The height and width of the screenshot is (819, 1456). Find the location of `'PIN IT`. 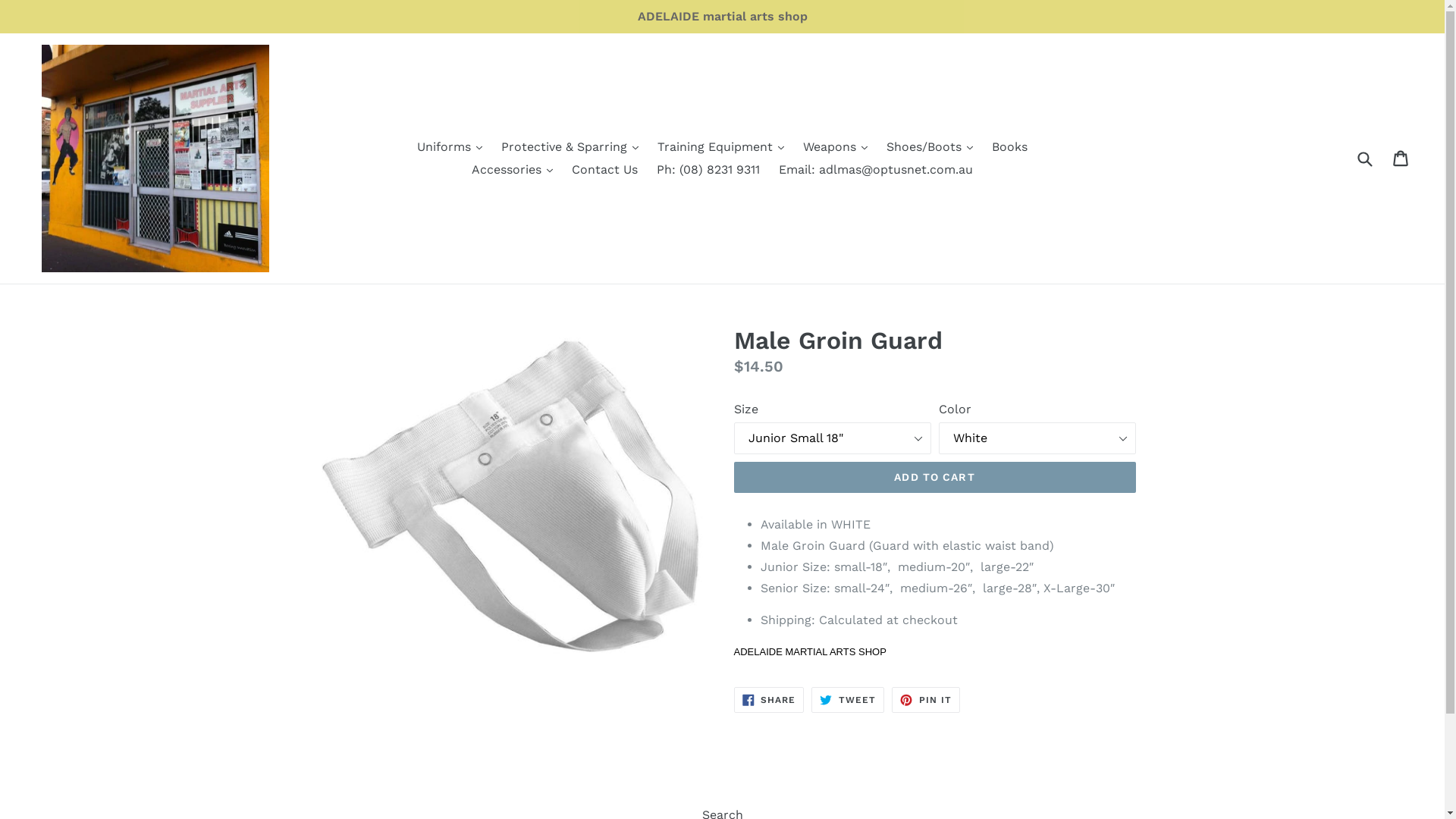

'PIN IT is located at coordinates (892, 699).